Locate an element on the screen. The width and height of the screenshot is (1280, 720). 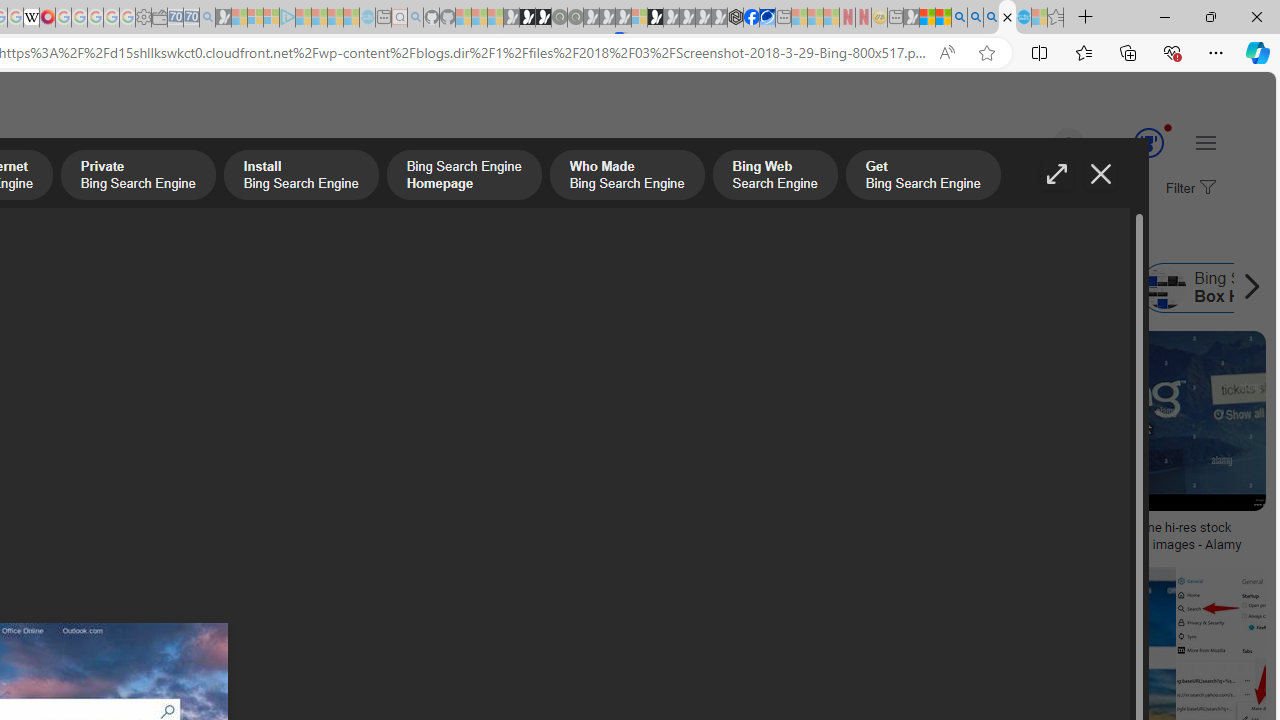
'Settings and quick links' is located at coordinates (1204, 141).